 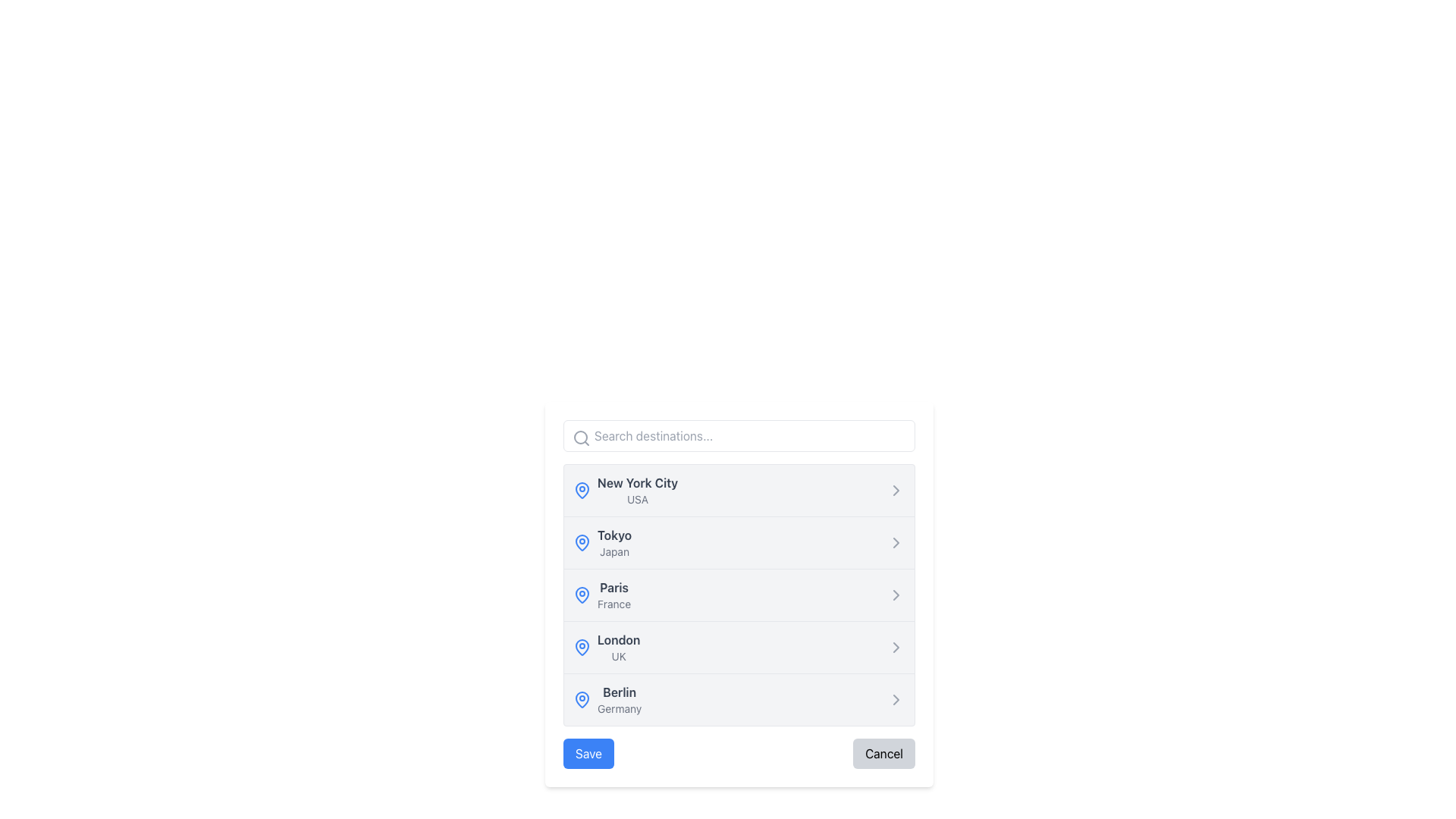 I want to click on the right-pointing arrow icon indicating navigability for the London, UK list item, so click(x=896, y=647).